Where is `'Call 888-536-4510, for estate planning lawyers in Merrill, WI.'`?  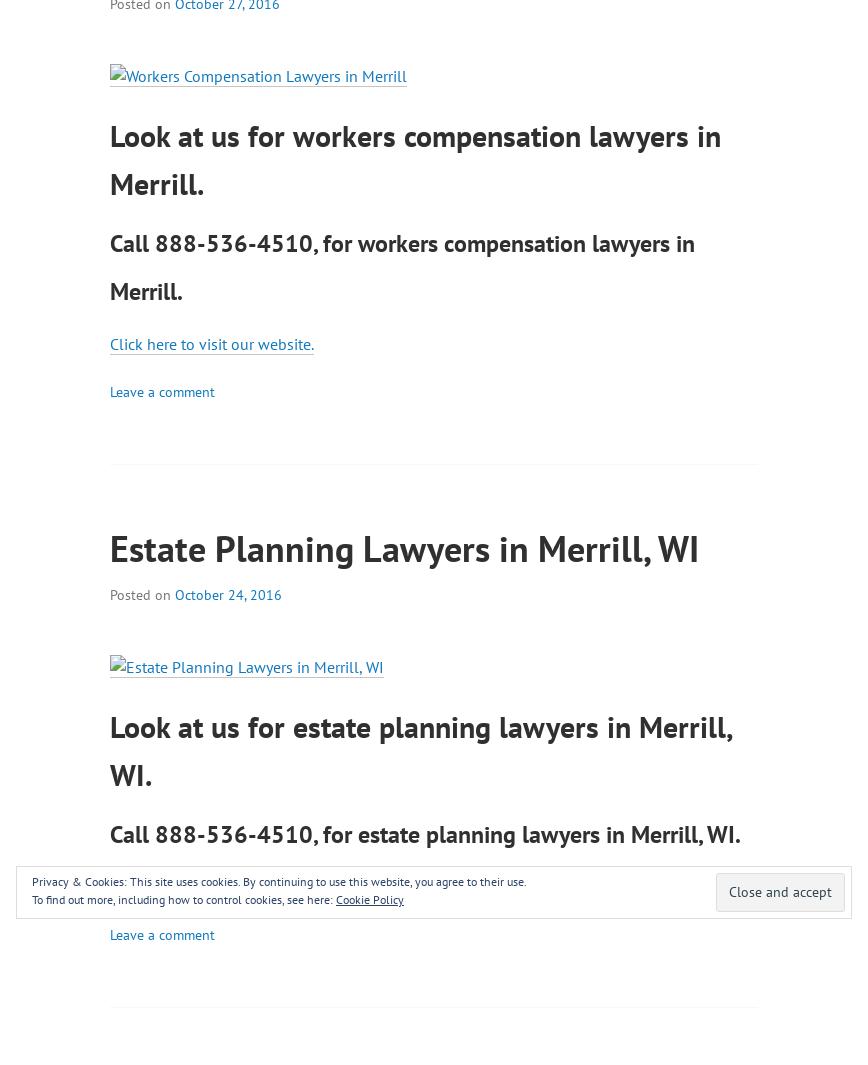
'Call 888-536-4510, for estate planning lawyers in Merrill, WI.' is located at coordinates (425, 833).